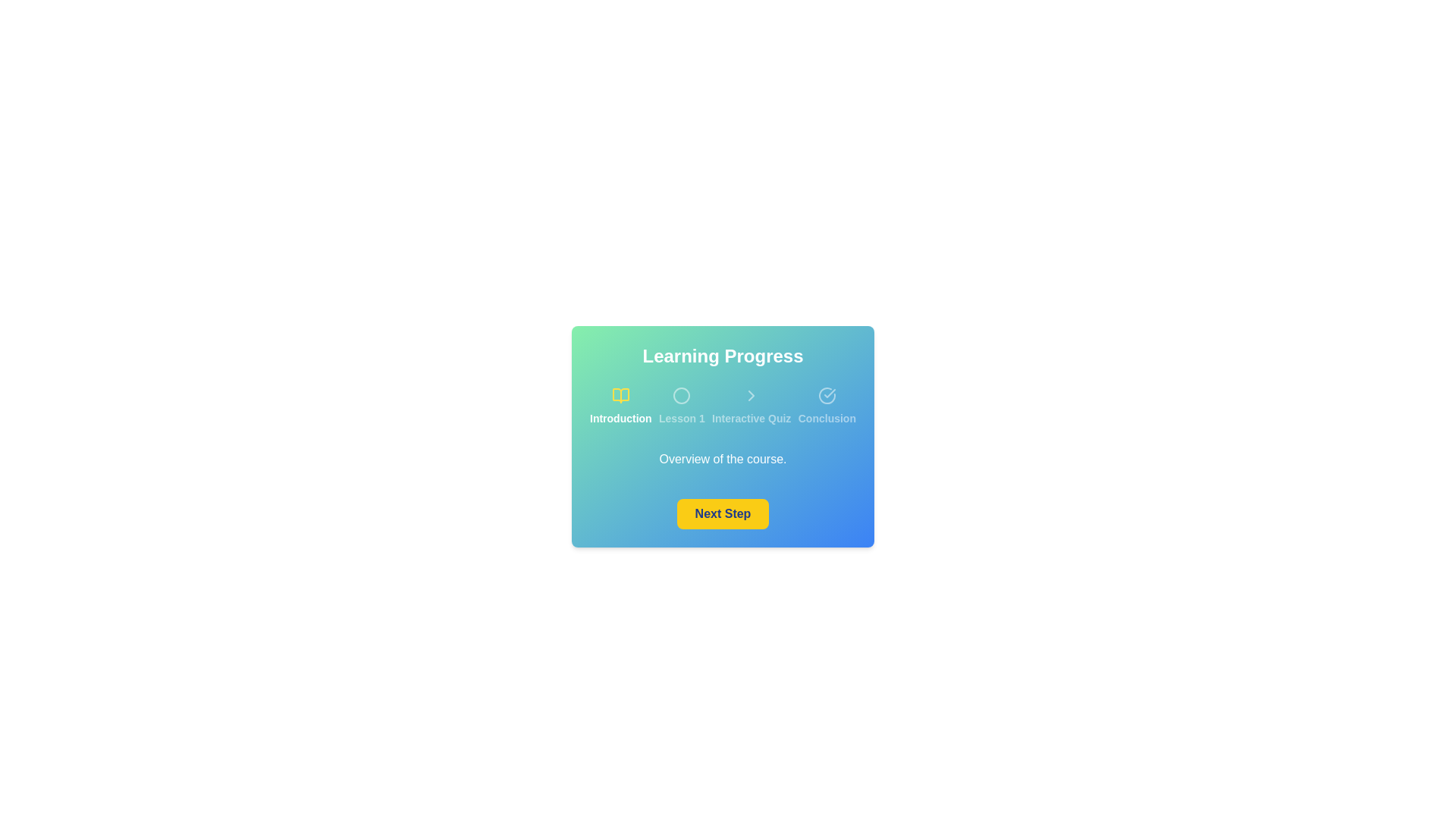 The image size is (1456, 819). What do you see at coordinates (620, 406) in the screenshot?
I see `the 'Introduction' step indicator icon or label text in the progress navigation` at bounding box center [620, 406].